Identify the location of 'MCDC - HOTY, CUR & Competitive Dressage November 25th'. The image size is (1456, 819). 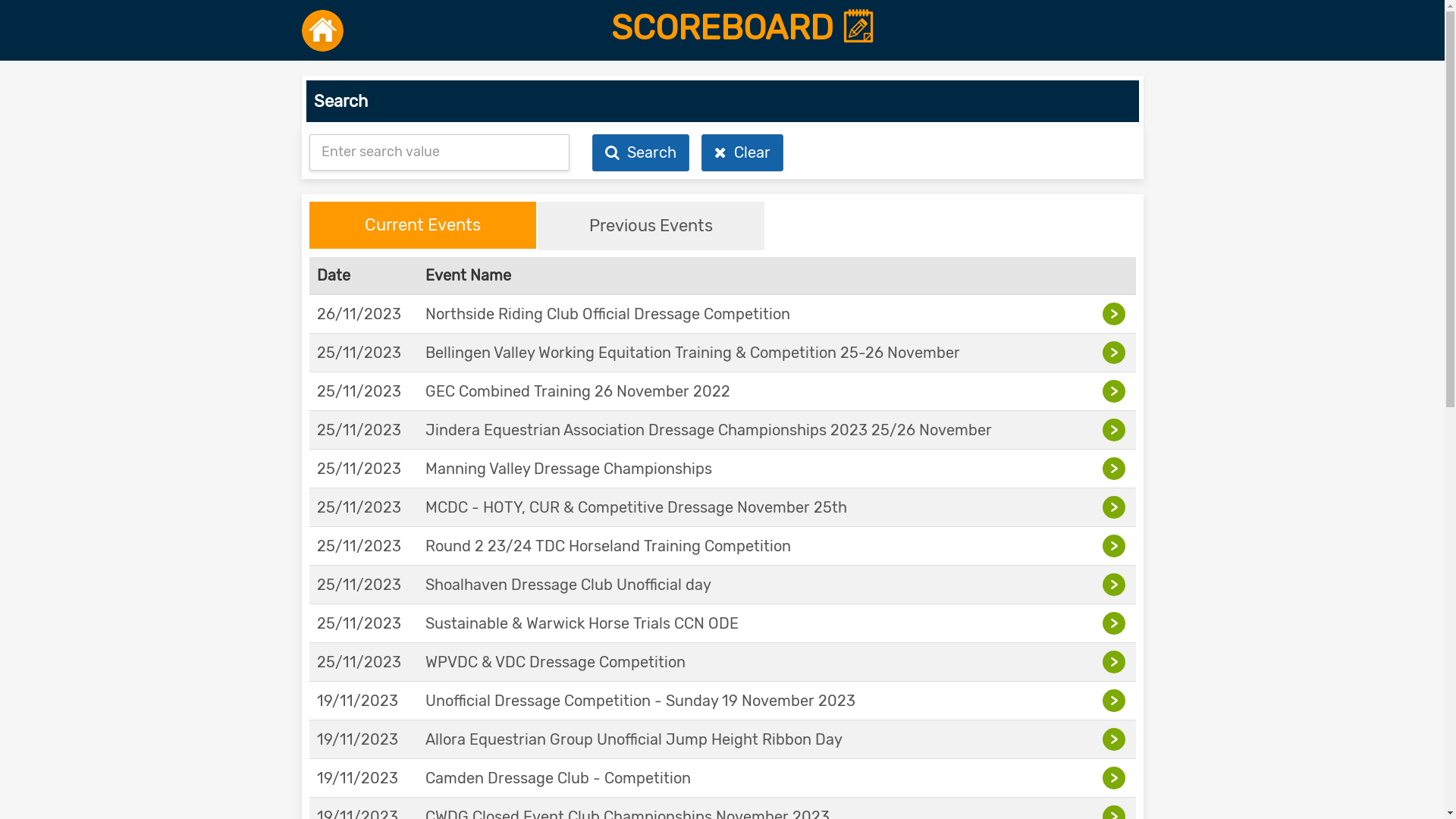
(636, 507).